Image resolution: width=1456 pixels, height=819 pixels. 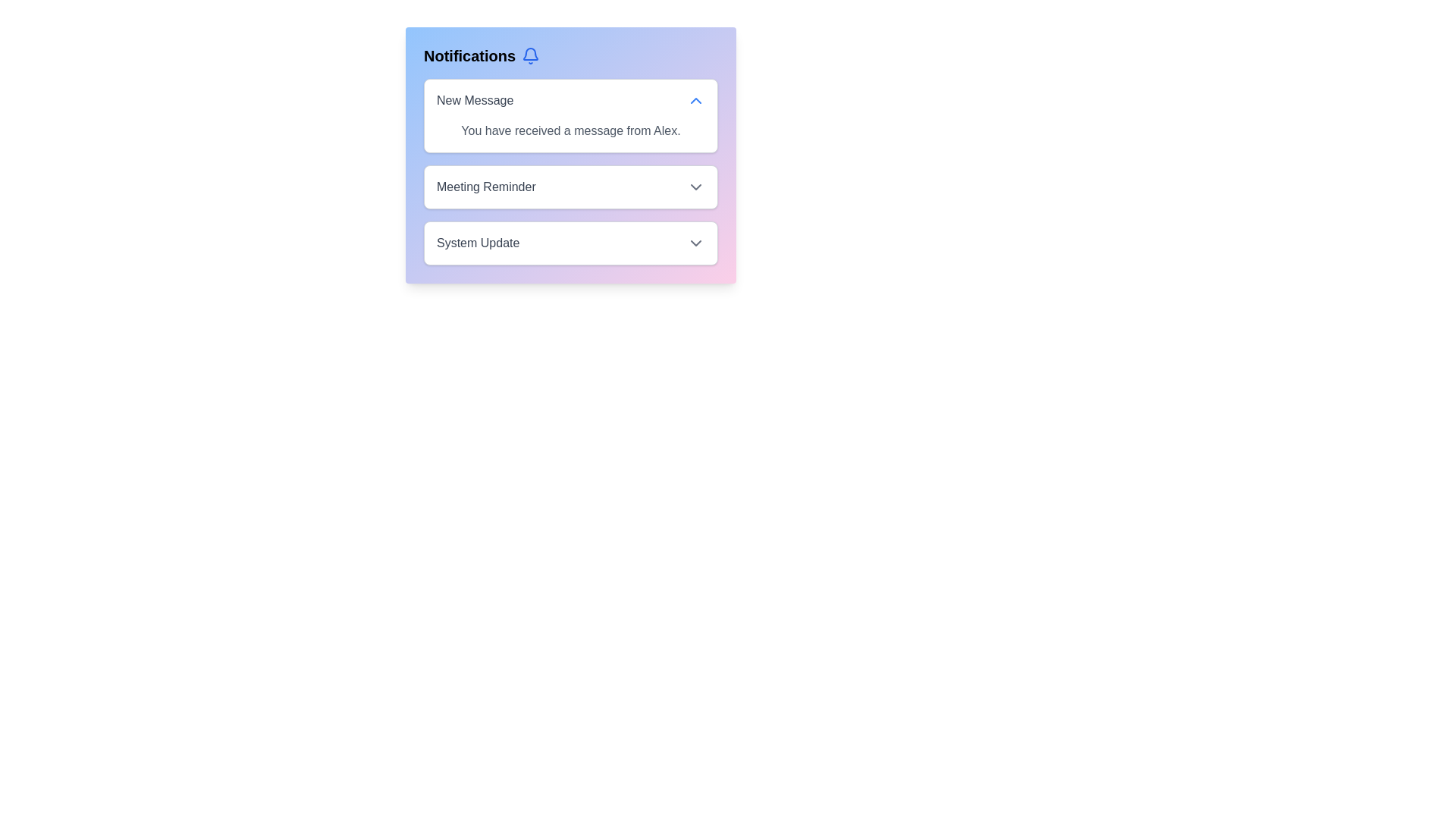 I want to click on the first notification card labeled 'New Message' in the Notifications section, so click(x=570, y=115).